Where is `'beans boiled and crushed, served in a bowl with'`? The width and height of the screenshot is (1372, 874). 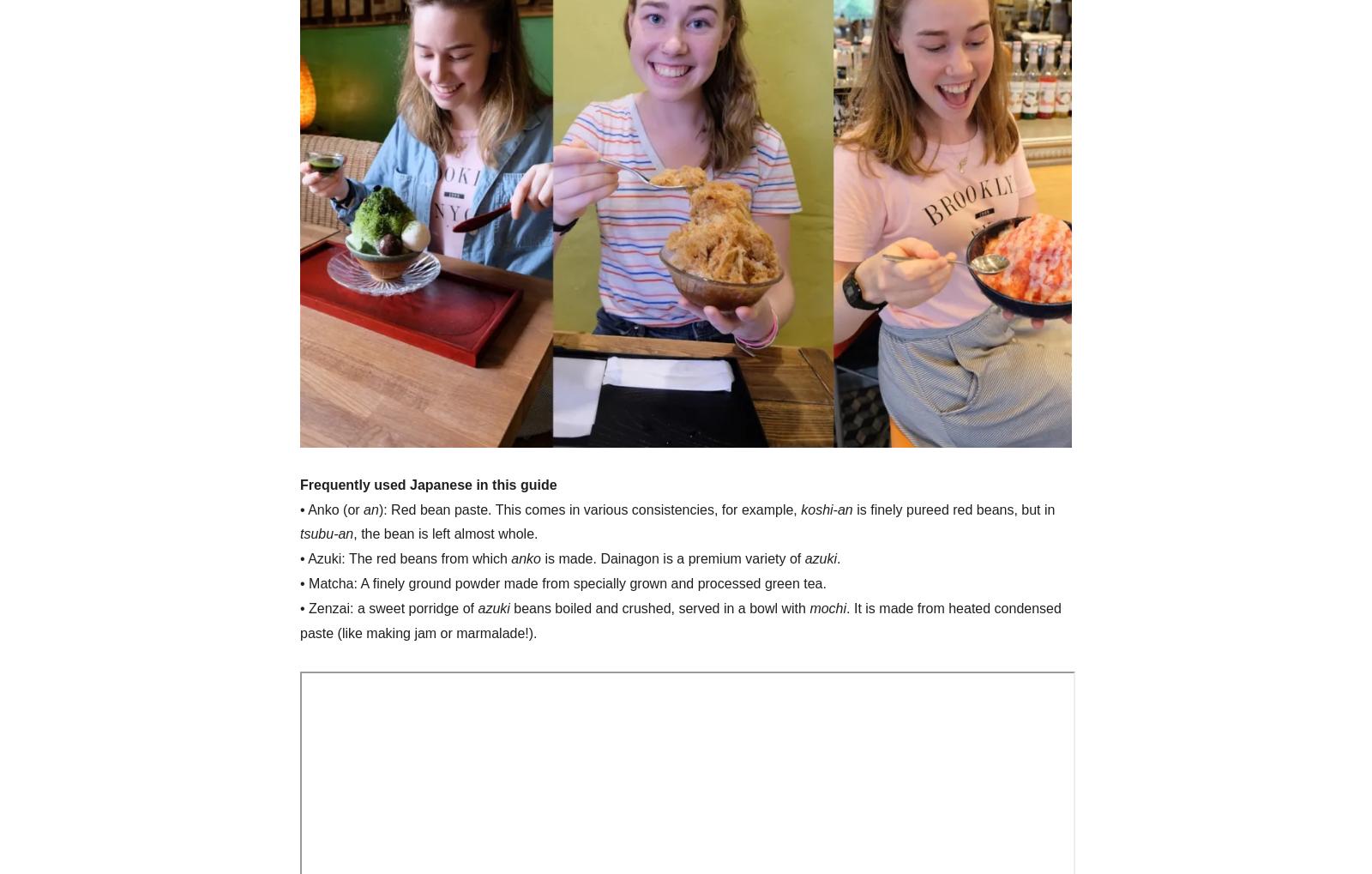 'beans boiled and crushed, served in a bowl with' is located at coordinates (659, 607).